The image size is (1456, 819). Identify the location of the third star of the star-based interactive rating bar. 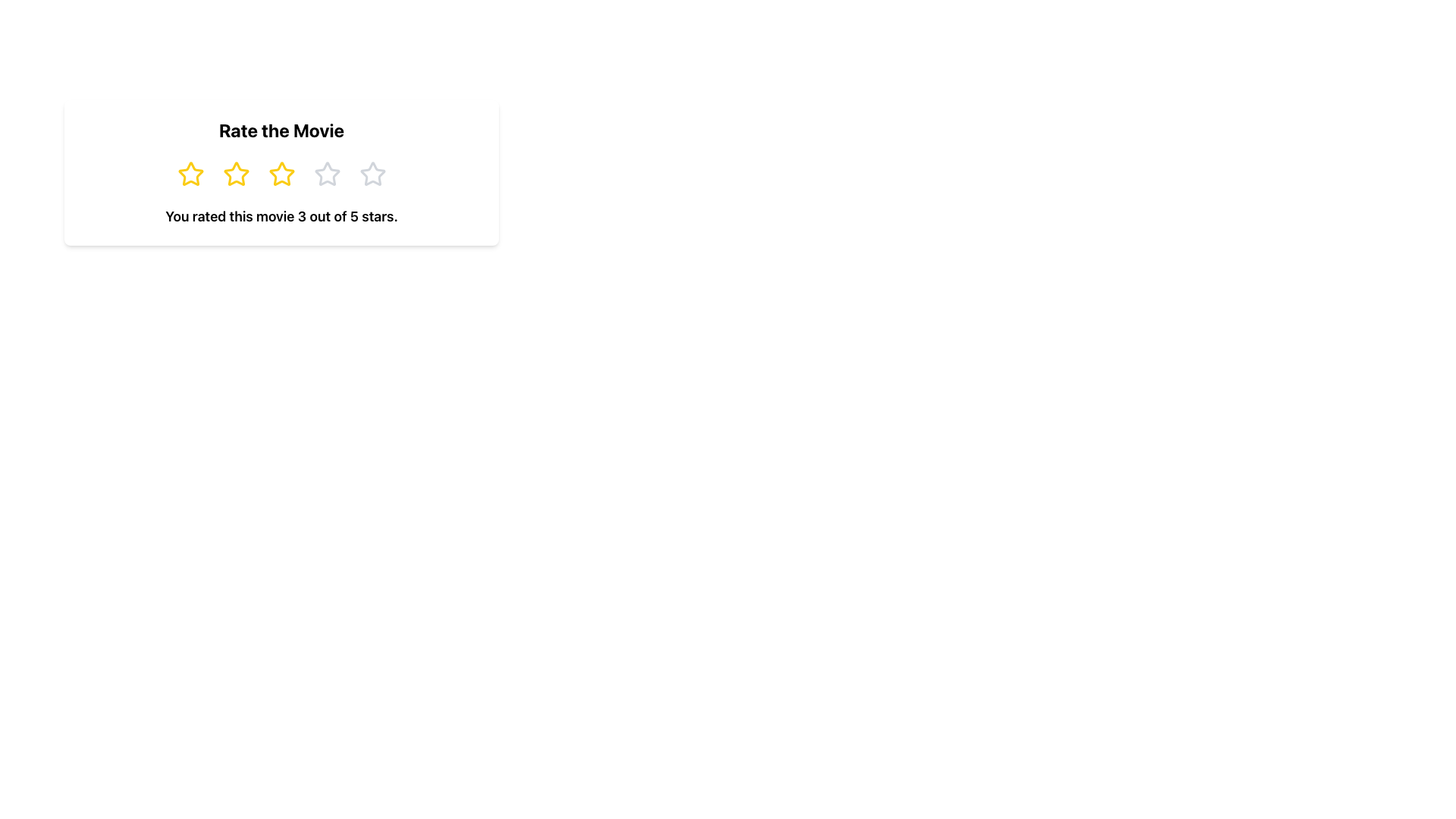
(281, 174).